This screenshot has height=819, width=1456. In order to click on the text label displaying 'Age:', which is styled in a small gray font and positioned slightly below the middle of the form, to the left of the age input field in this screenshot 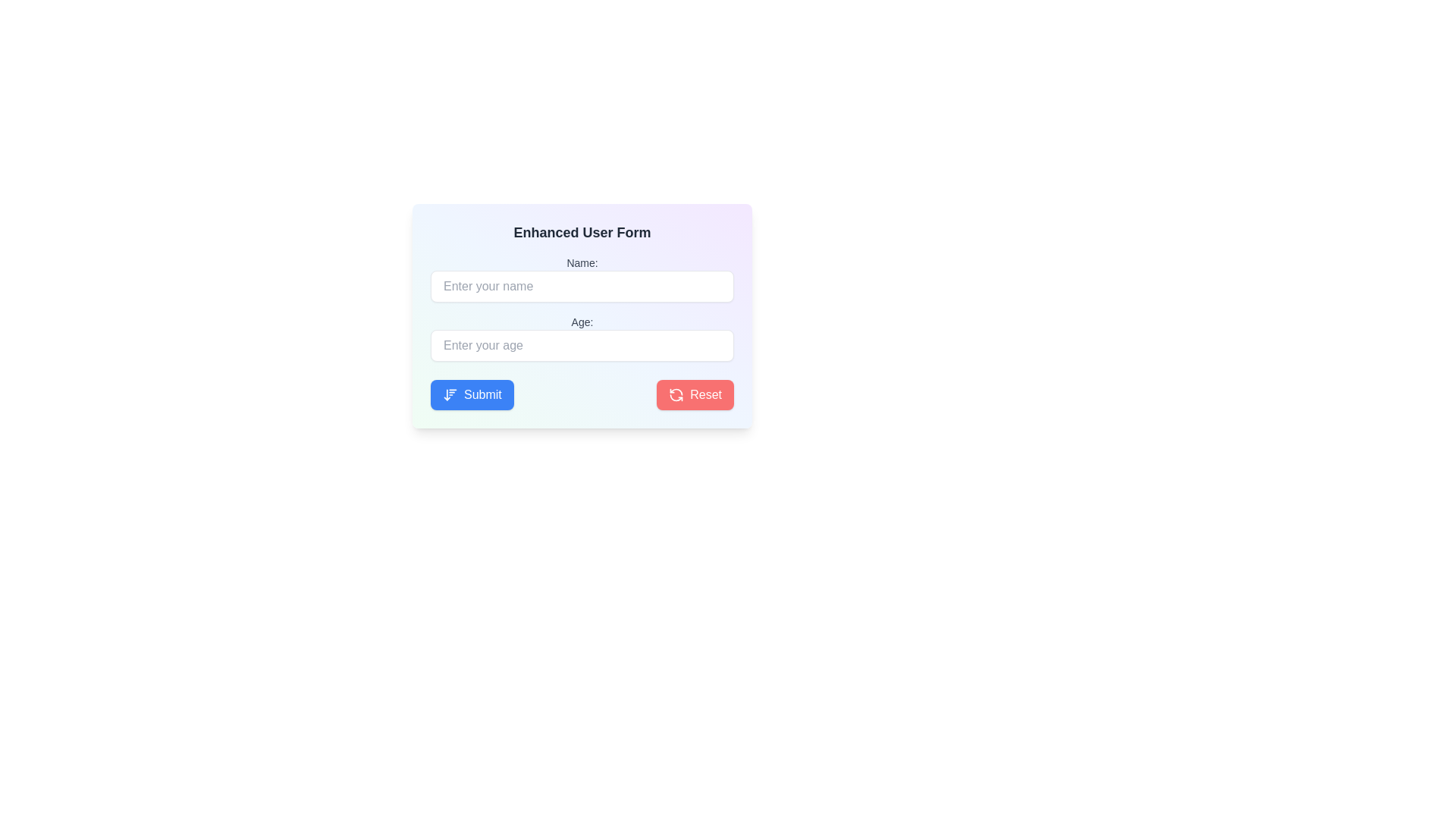, I will do `click(582, 321)`.